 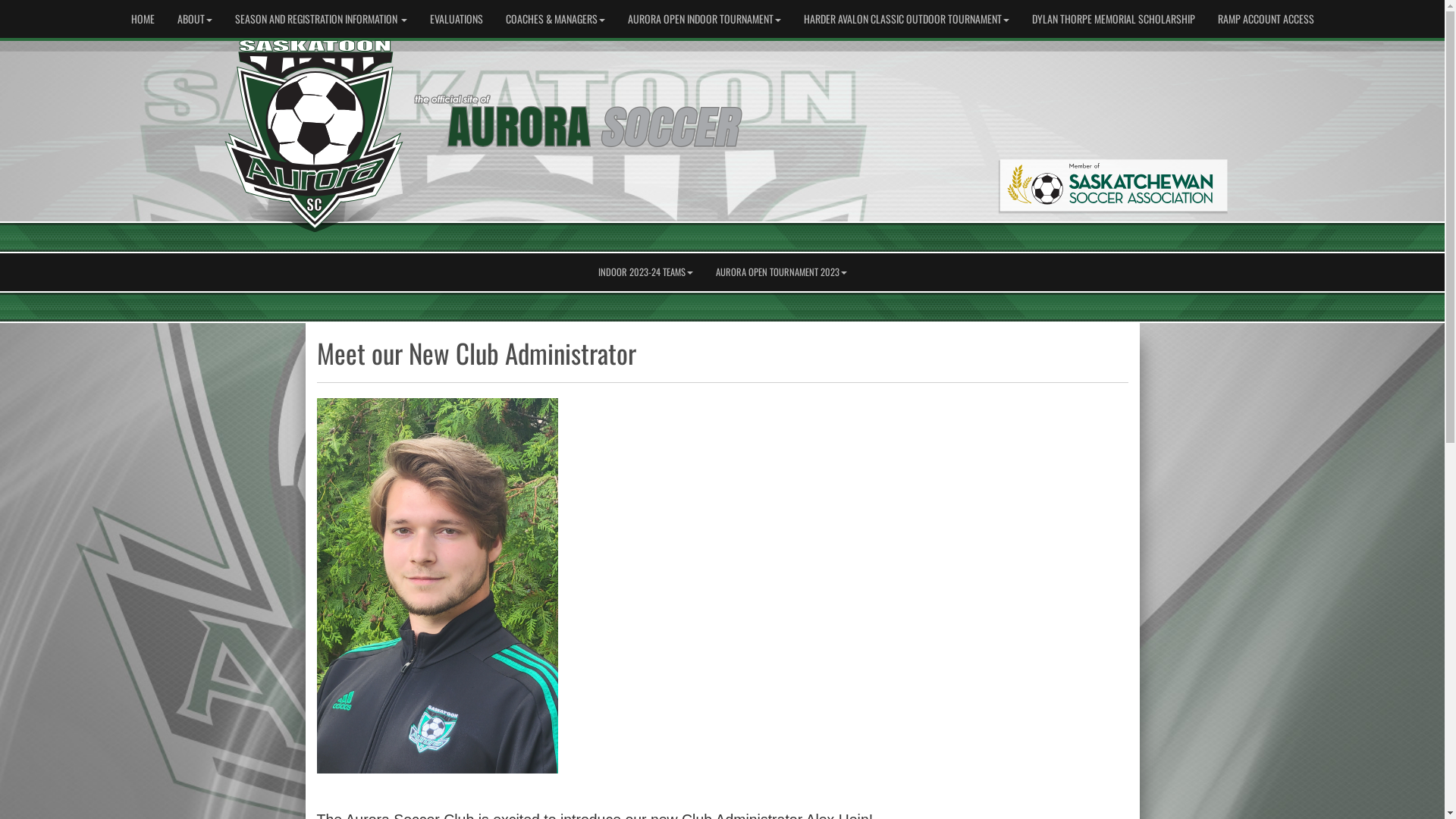 I want to click on 'HOME', so click(x=143, y=18).